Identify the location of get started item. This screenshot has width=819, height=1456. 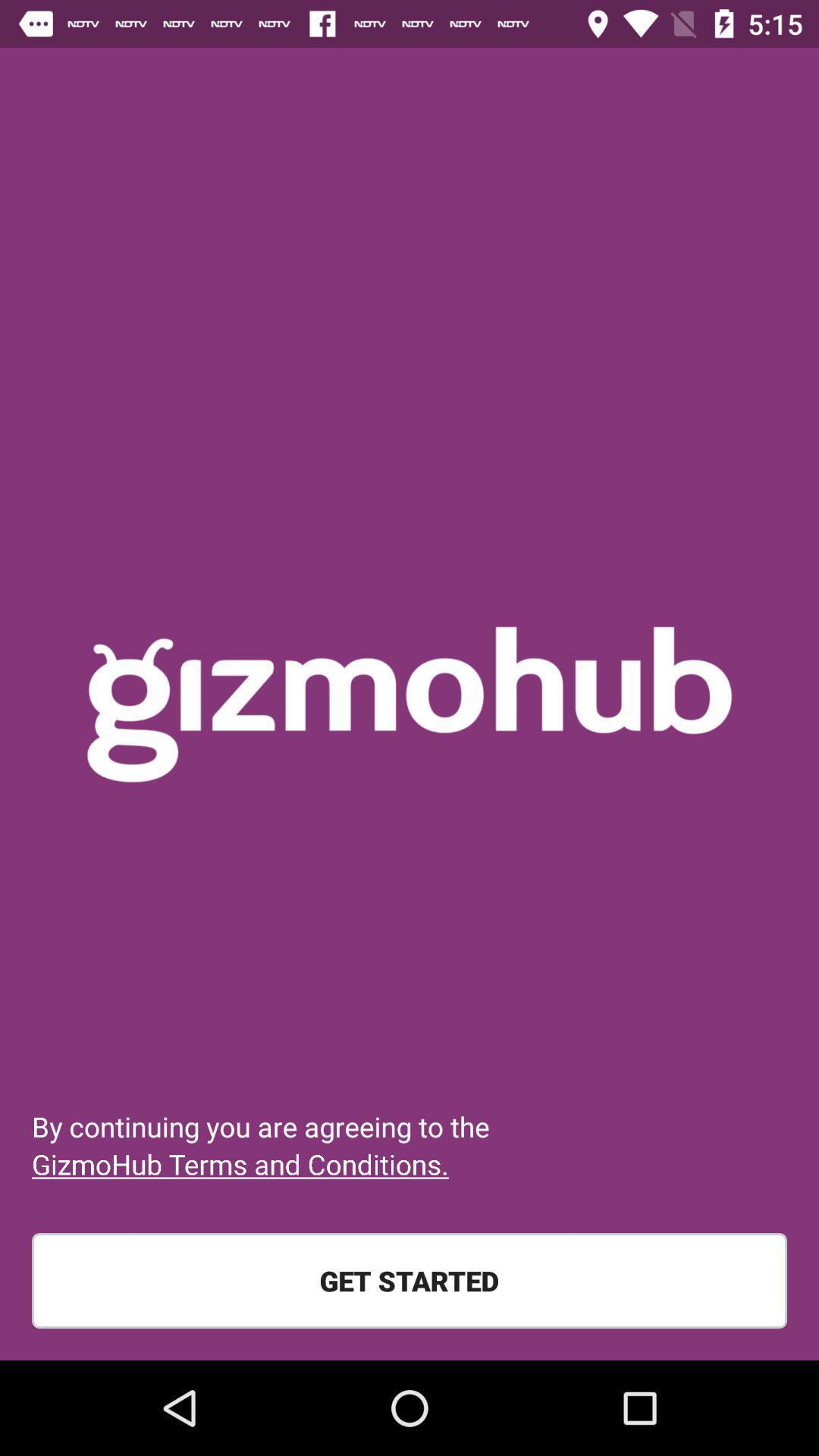
(409, 1280).